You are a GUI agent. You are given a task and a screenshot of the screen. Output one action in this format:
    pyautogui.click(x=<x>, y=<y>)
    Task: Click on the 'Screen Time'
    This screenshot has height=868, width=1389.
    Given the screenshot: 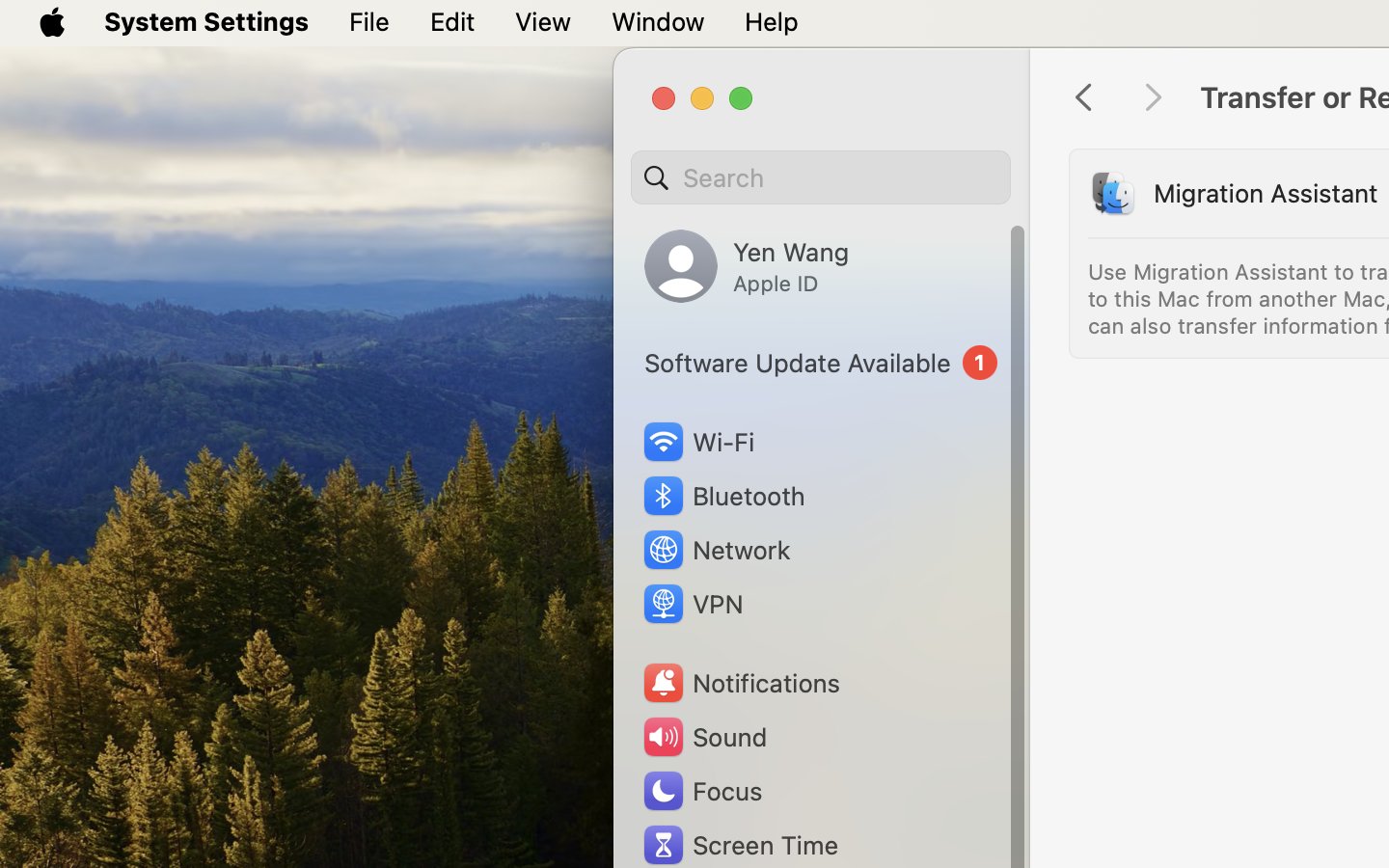 What is the action you would take?
    pyautogui.click(x=738, y=844)
    